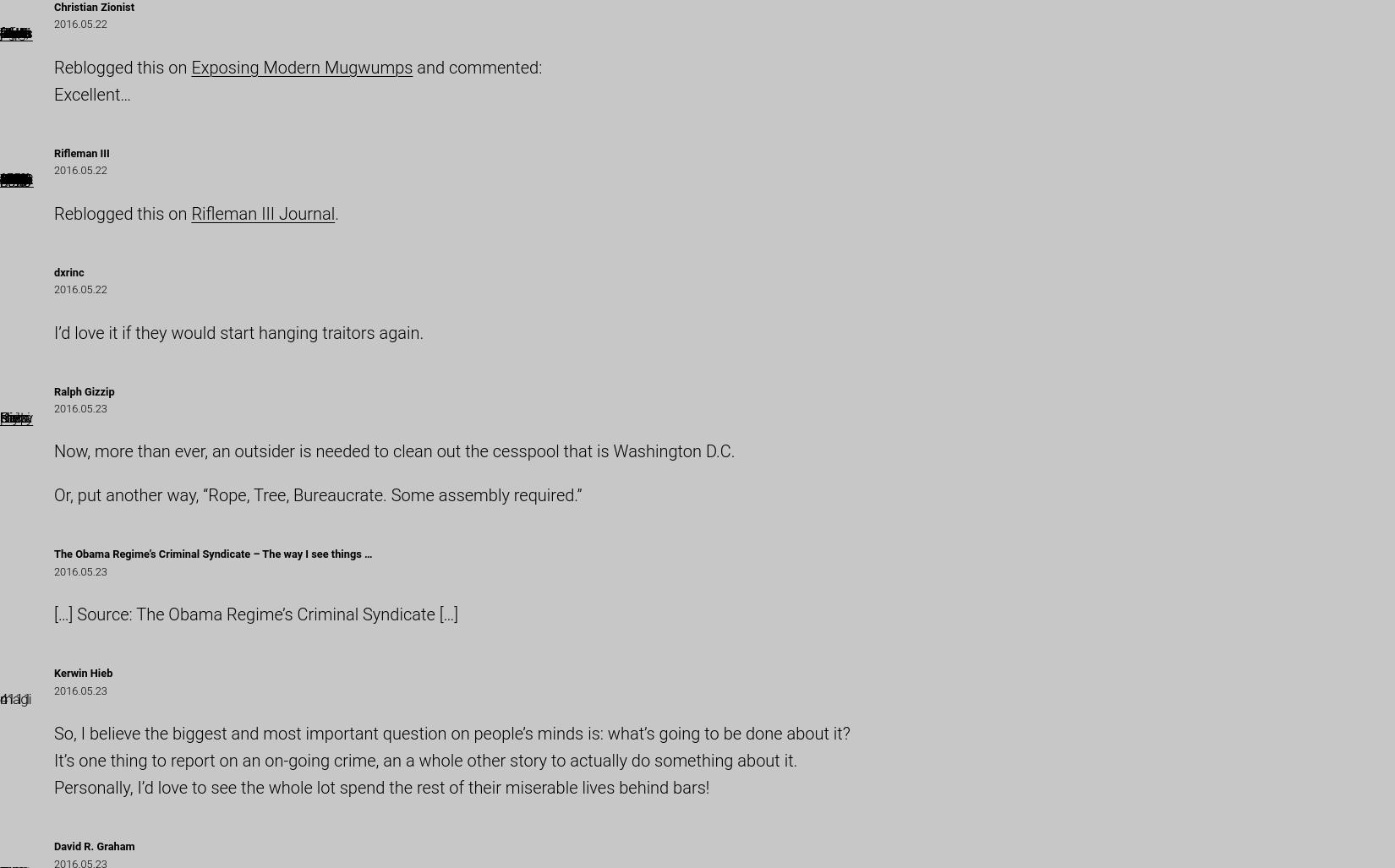 This screenshot has width=1395, height=868. Describe the element at coordinates (81, 151) in the screenshot. I see `'Rifleman III'` at that location.